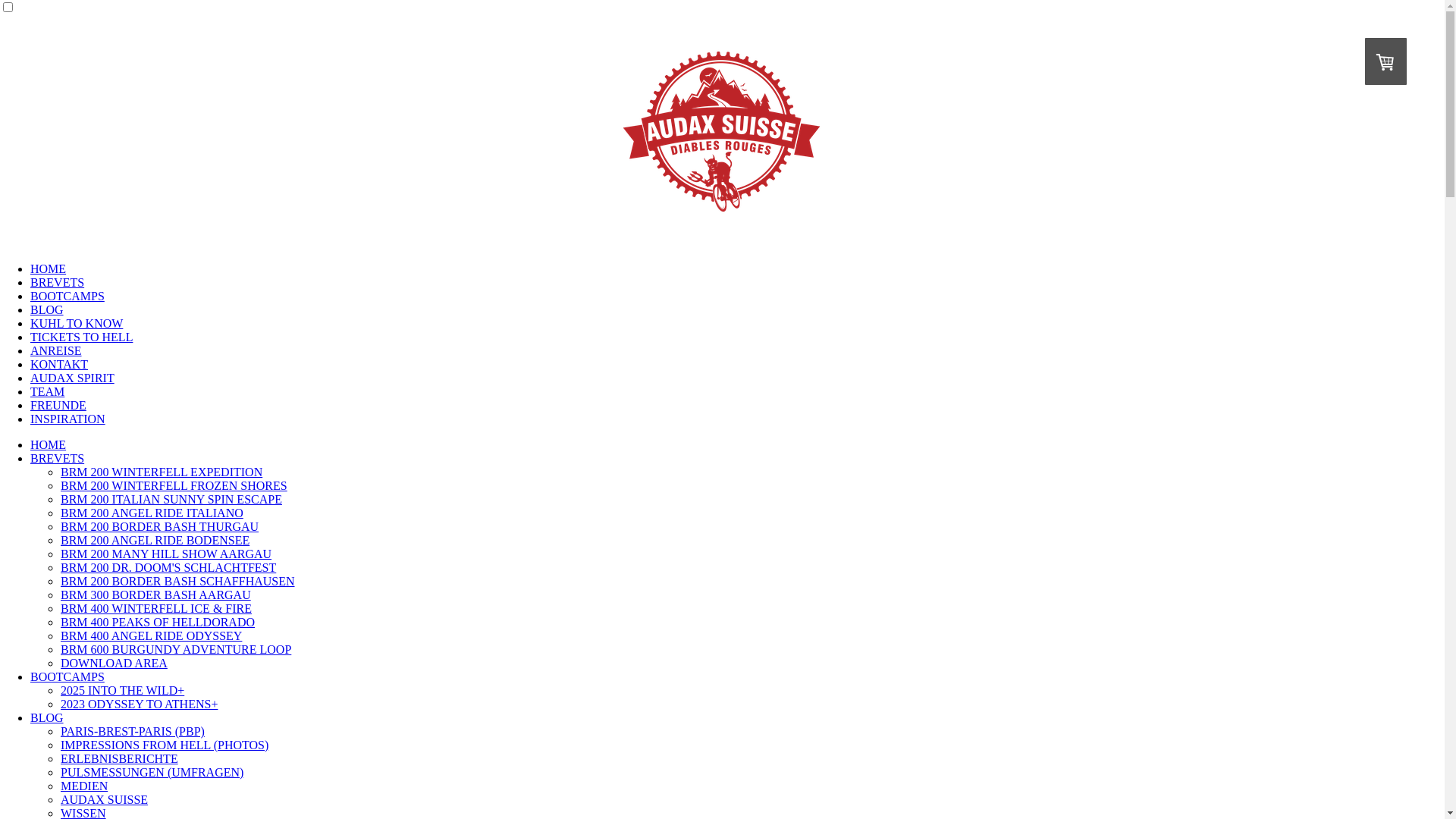  What do you see at coordinates (118, 758) in the screenshot?
I see `'ERLEBNISBERICHTE'` at bounding box center [118, 758].